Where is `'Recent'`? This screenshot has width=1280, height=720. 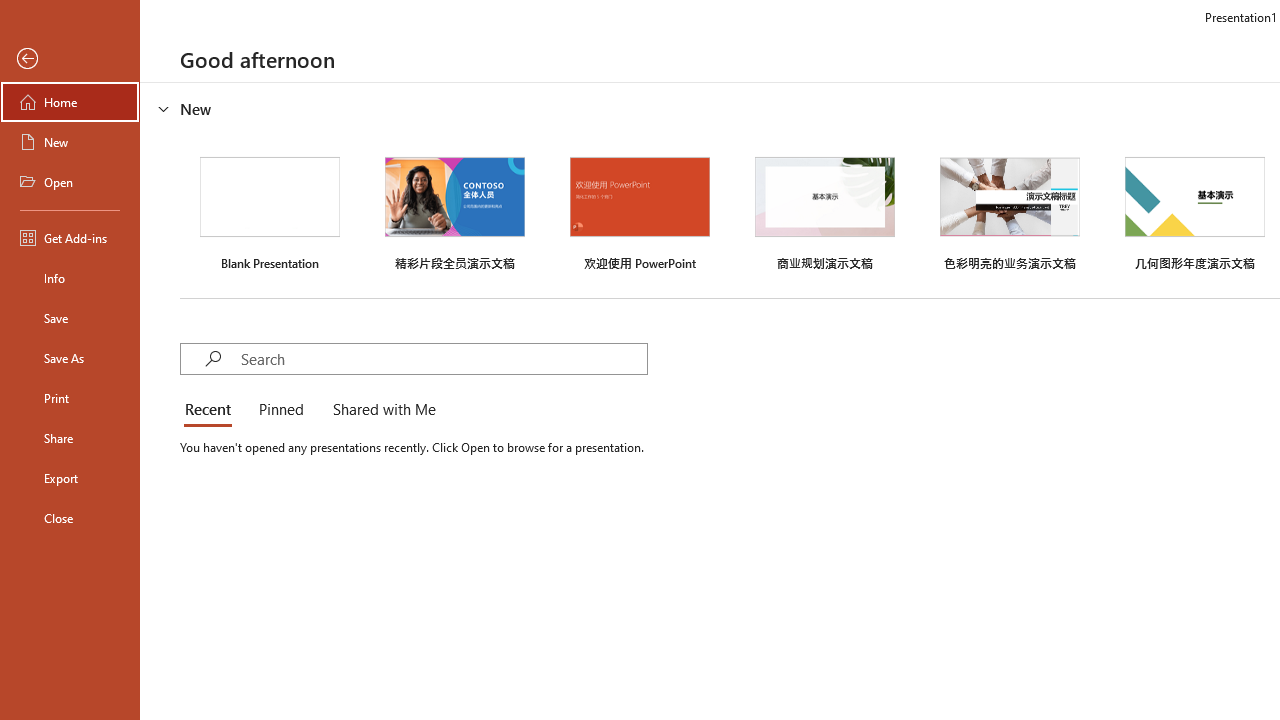 'Recent' is located at coordinates (212, 410).